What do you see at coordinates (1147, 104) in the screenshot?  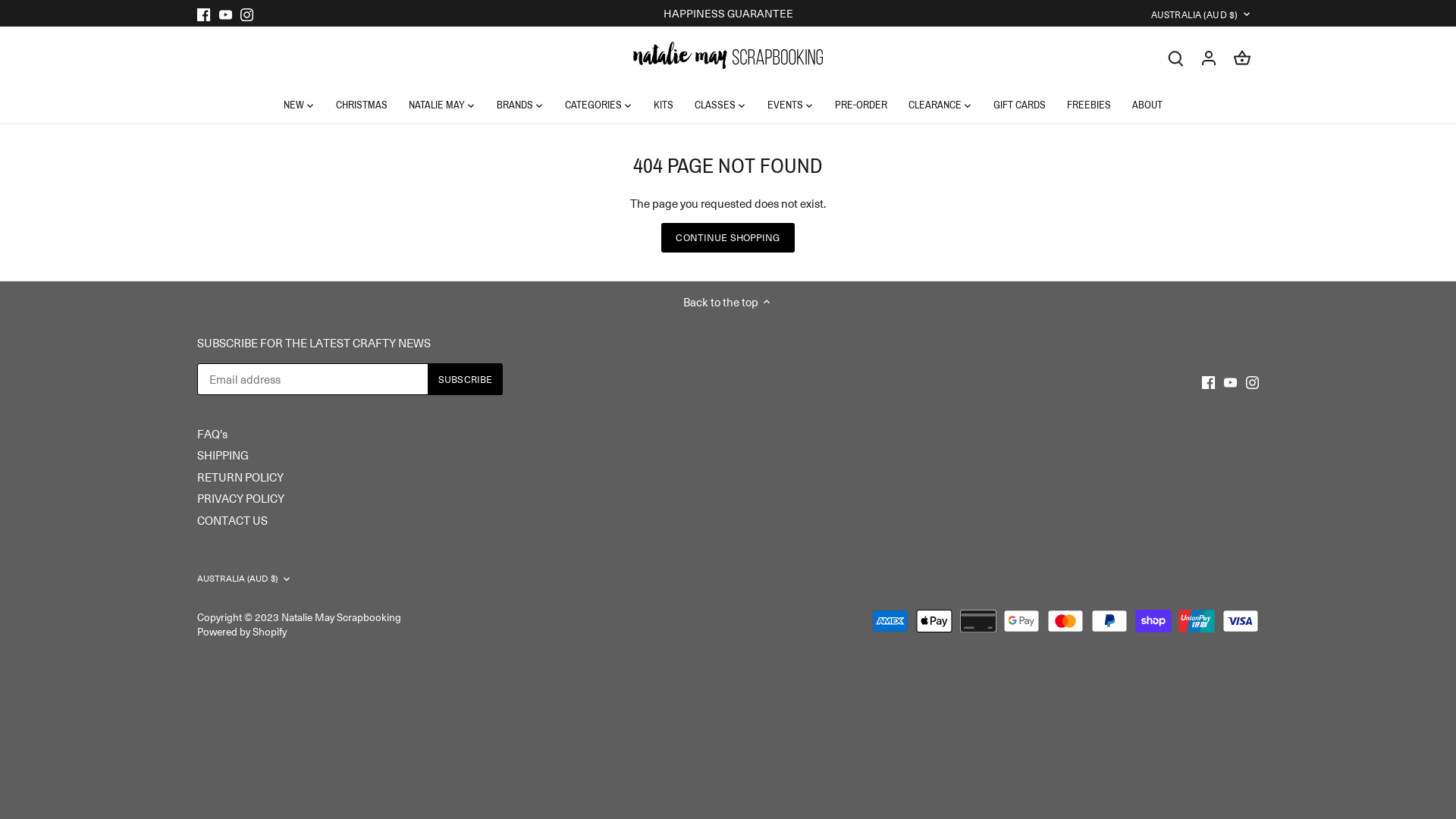 I see `'ABOUT'` at bounding box center [1147, 104].